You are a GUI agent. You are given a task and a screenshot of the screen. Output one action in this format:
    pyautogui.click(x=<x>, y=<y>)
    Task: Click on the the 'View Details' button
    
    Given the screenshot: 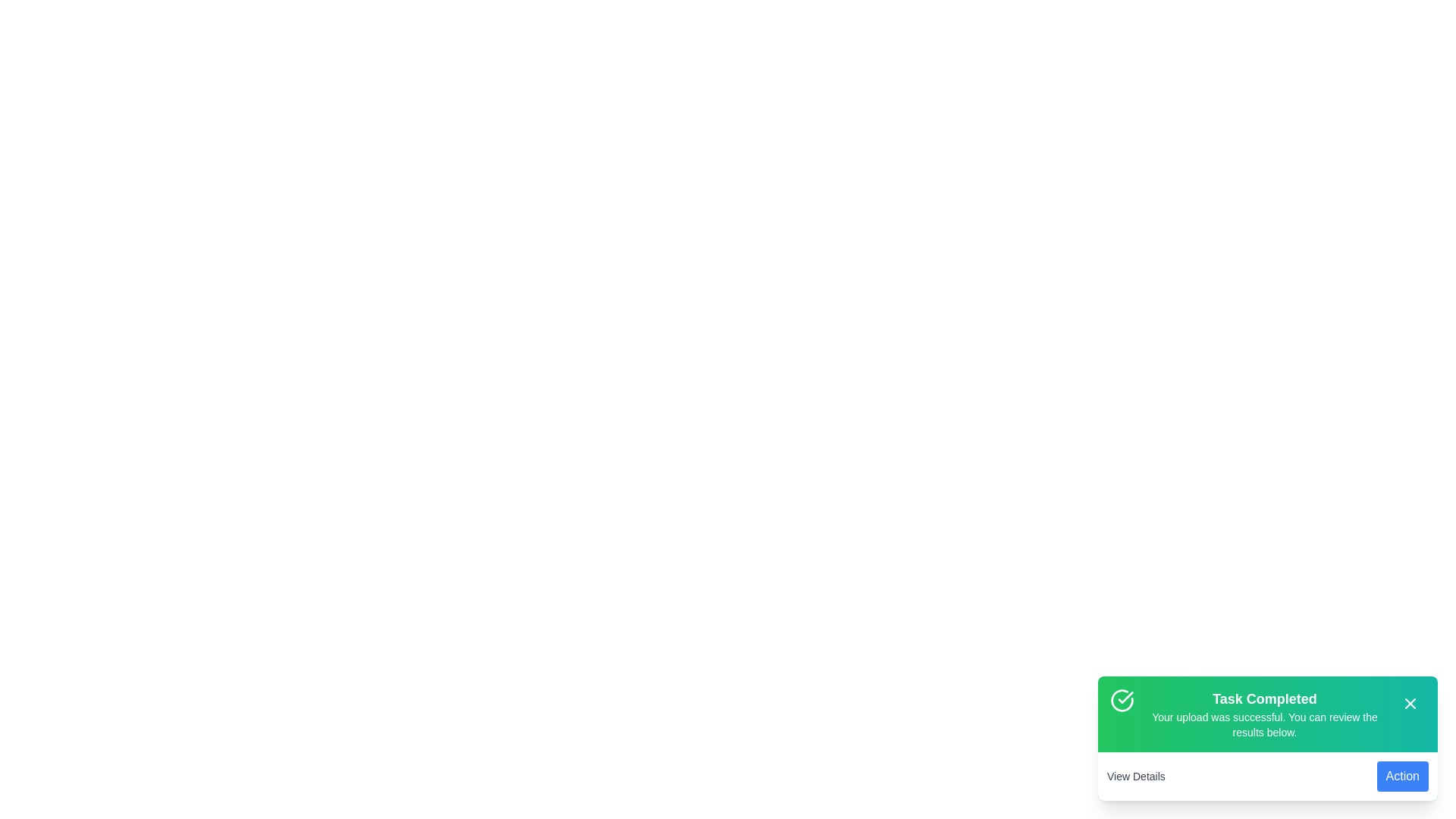 What is the action you would take?
    pyautogui.click(x=1135, y=776)
    